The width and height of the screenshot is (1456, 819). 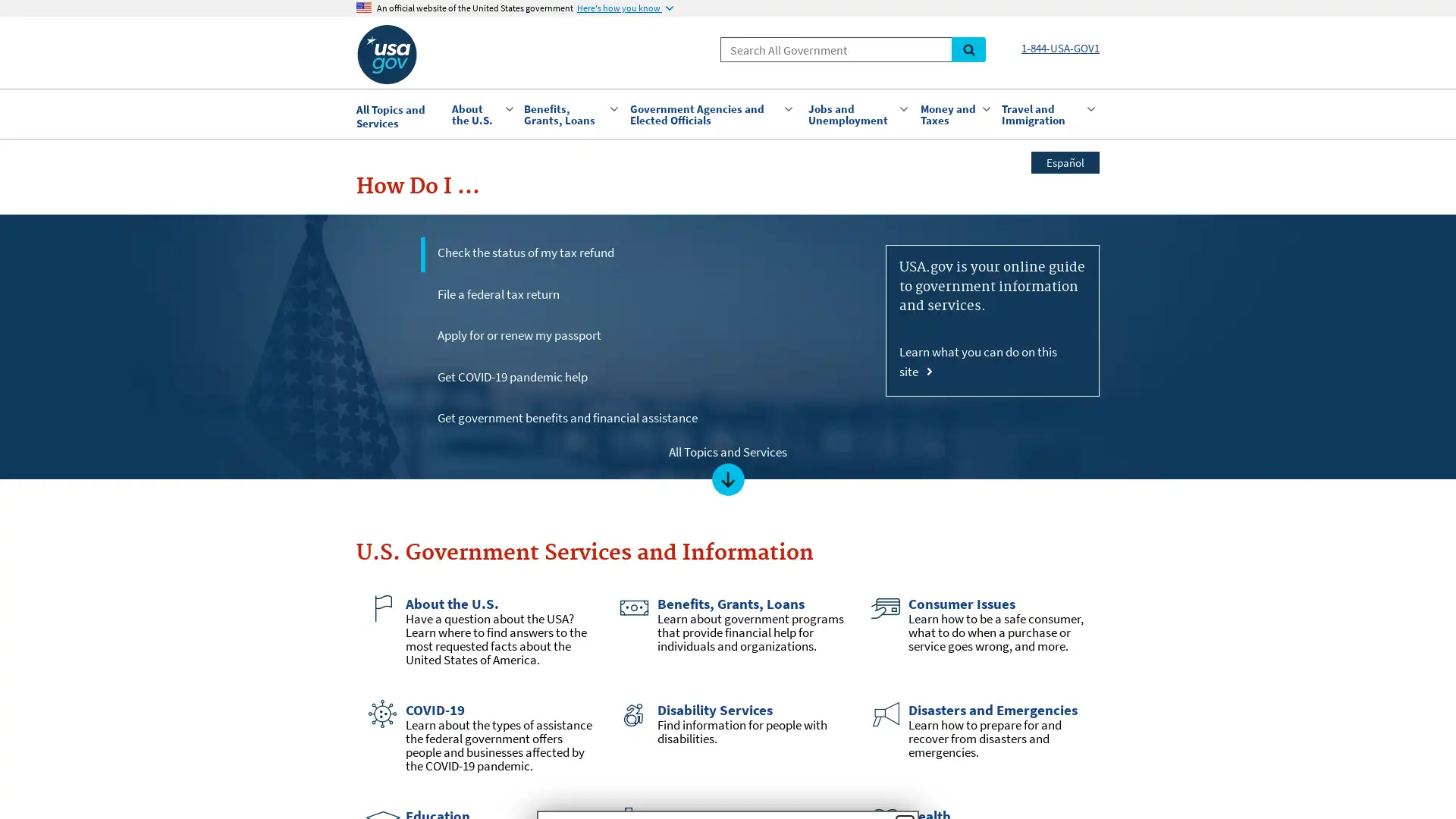 I want to click on Yes, I'll help, so click(x=654, y=451).